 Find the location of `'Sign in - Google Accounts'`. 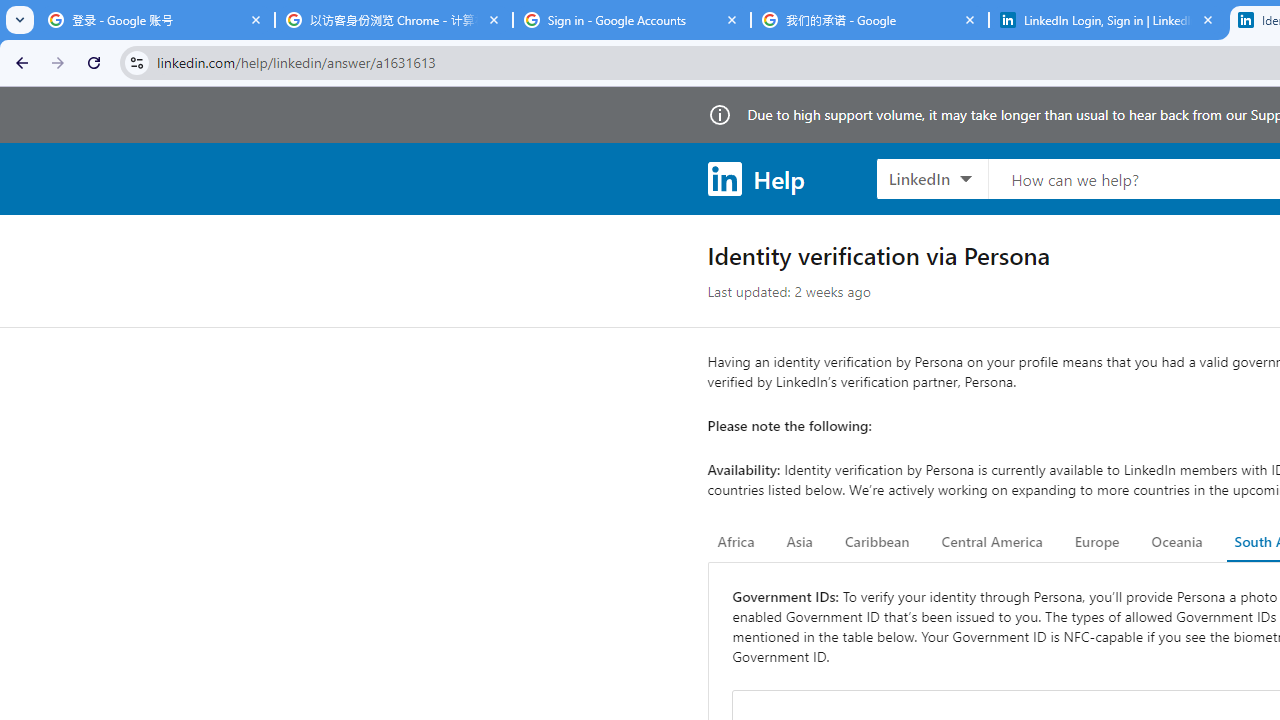

'Sign in - Google Accounts' is located at coordinates (631, 20).